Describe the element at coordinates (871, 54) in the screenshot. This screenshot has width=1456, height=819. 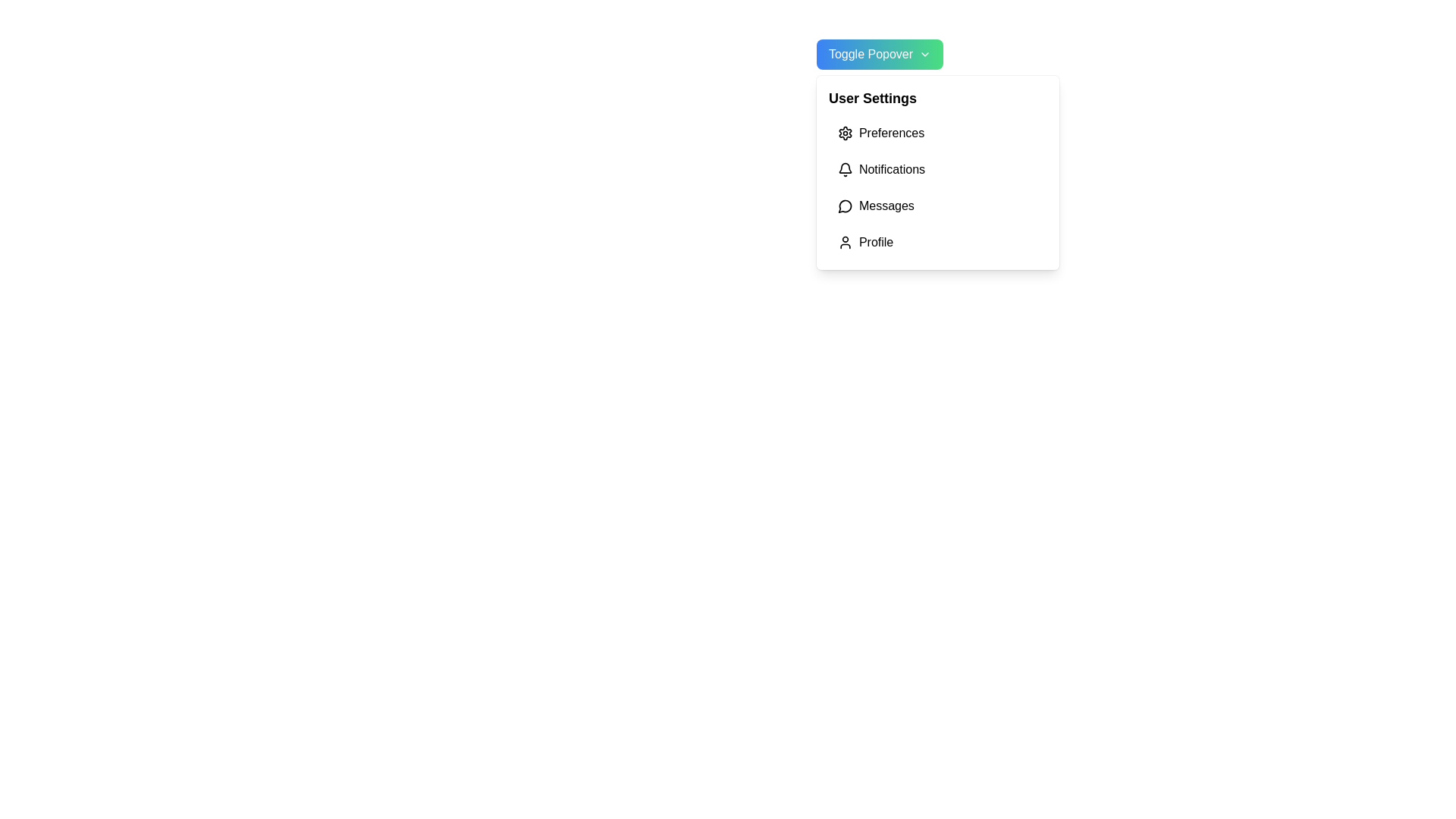
I see `text label indicating the functionality of the button styled with a blue-to-green gradient, located at the top-left corner of the button` at that location.